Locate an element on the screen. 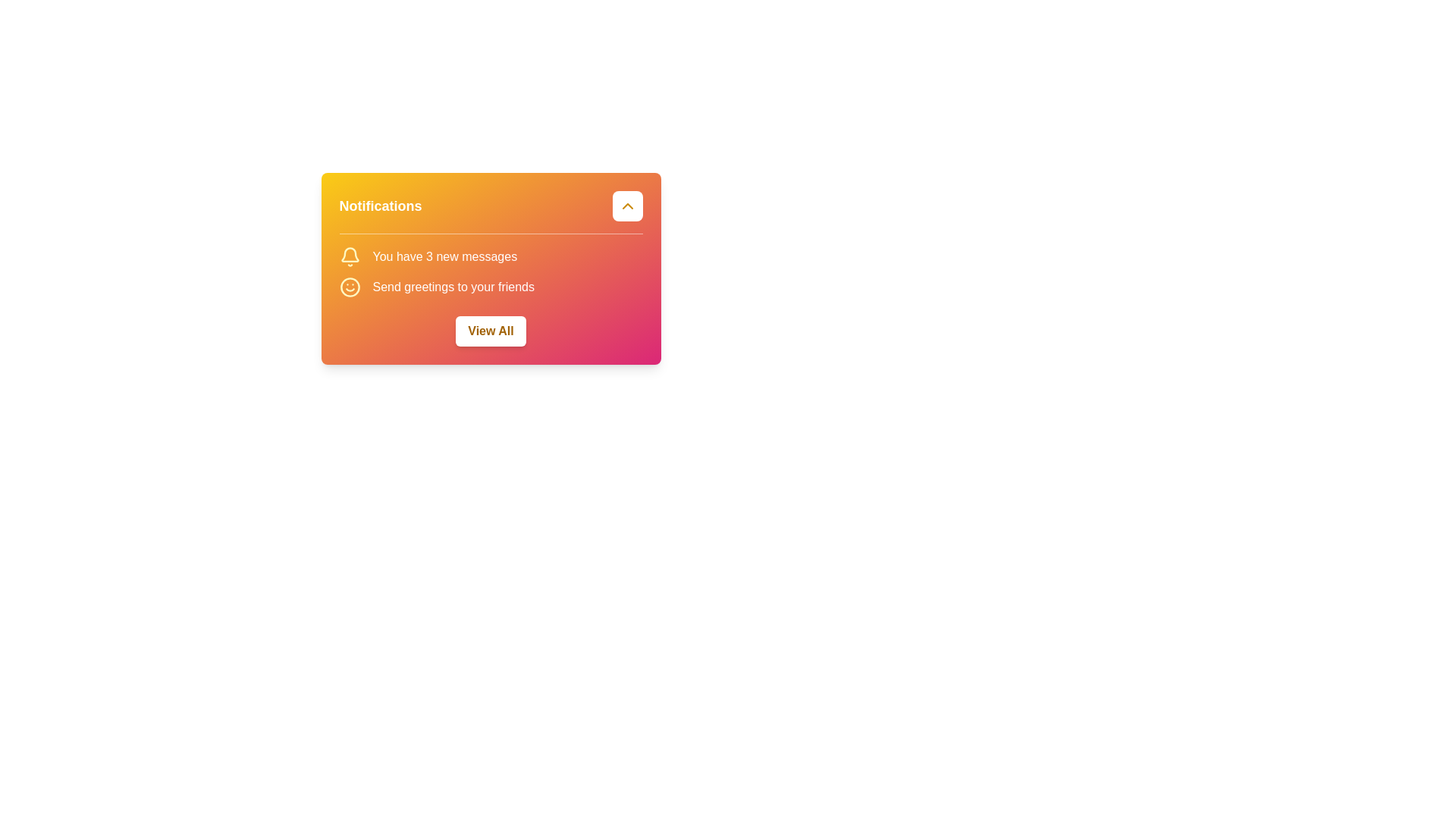 The height and width of the screenshot is (819, 1456). text 'You have 3 new messages' from the notification card, which is the first item in the vertically stacked list group is located at coordinates (491, 256).